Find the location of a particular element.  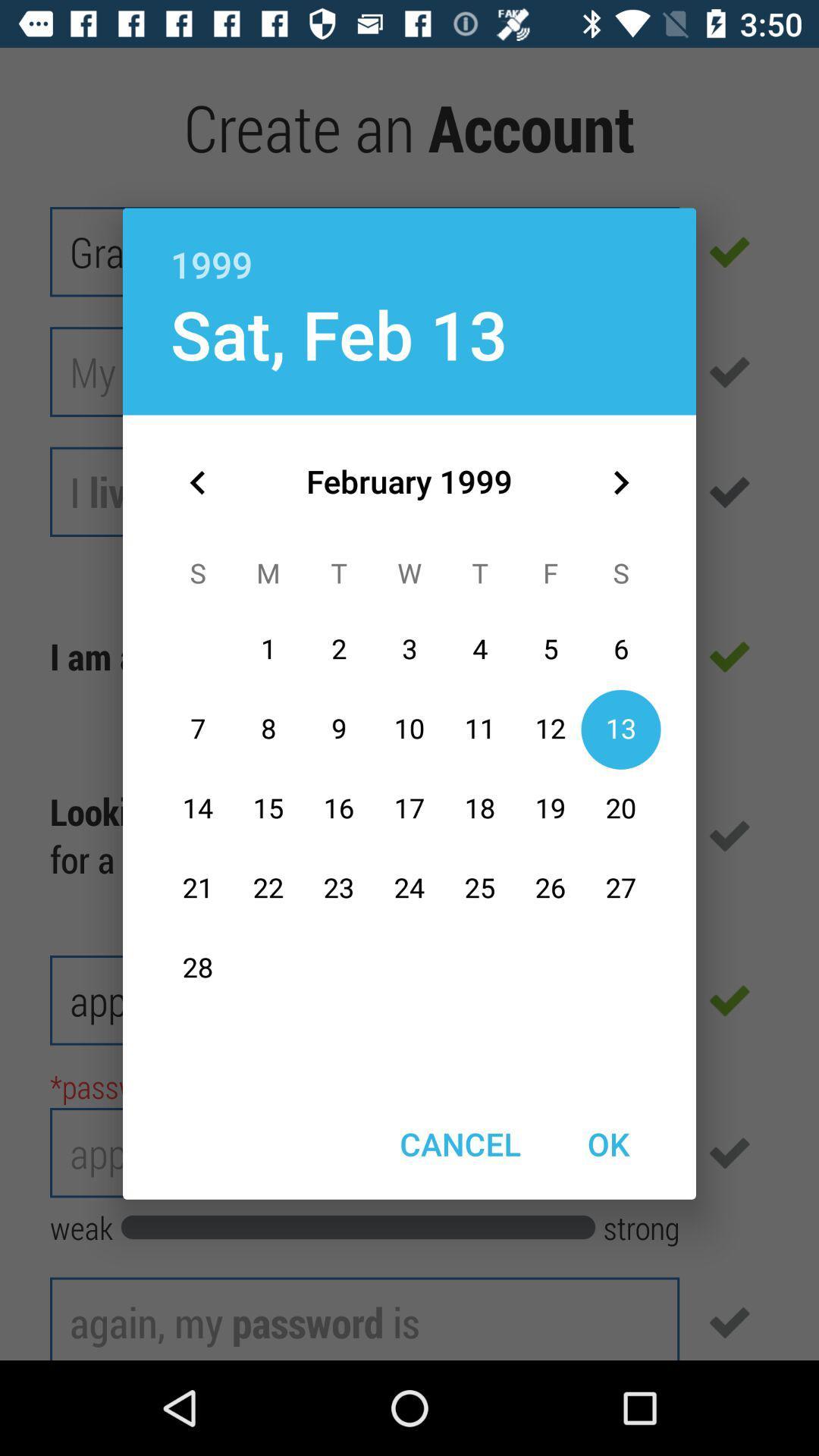

the cancel at the bottom is located at coordinates (460, 1144).